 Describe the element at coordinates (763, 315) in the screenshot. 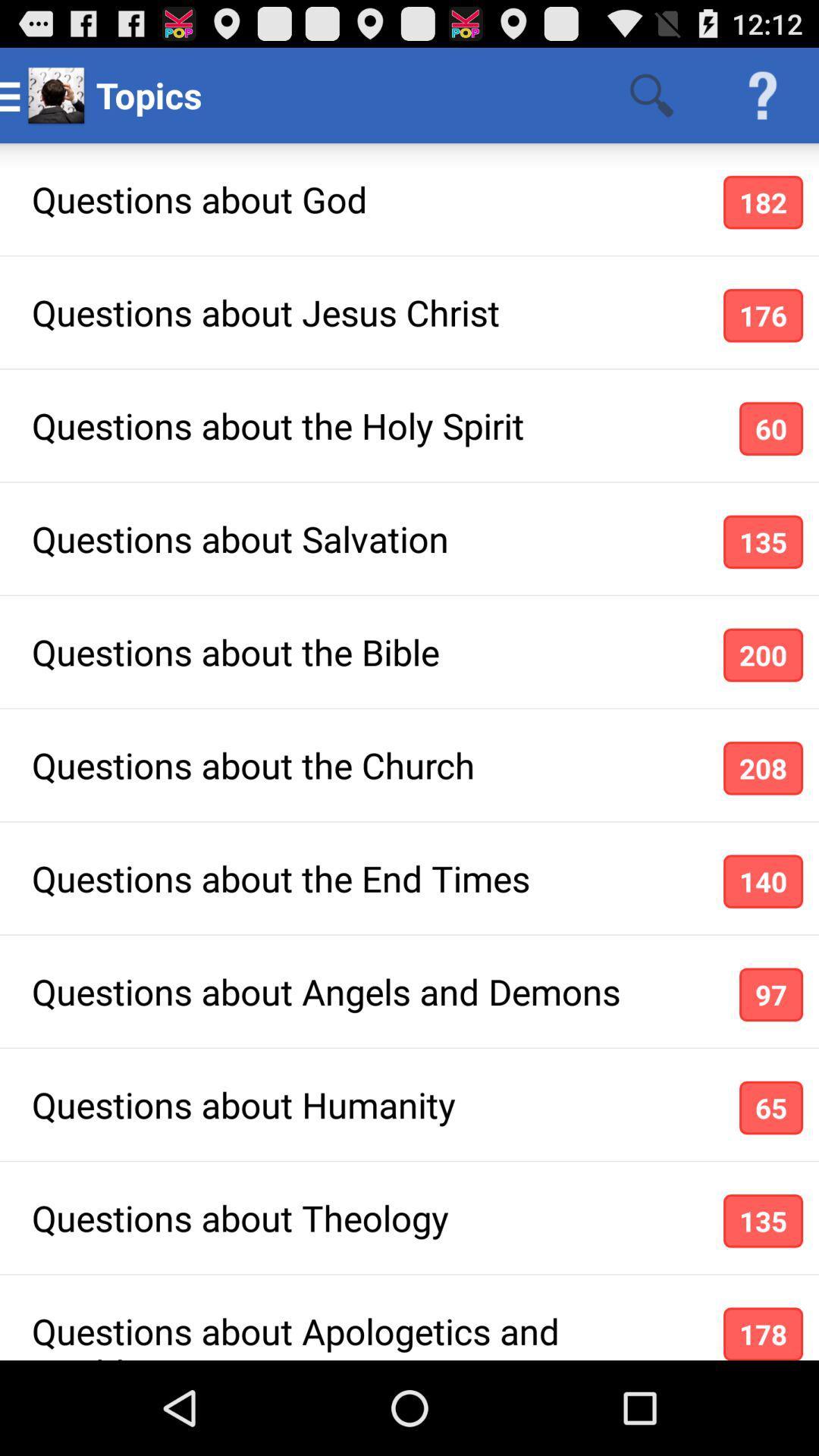

I see `176 item` at that location.